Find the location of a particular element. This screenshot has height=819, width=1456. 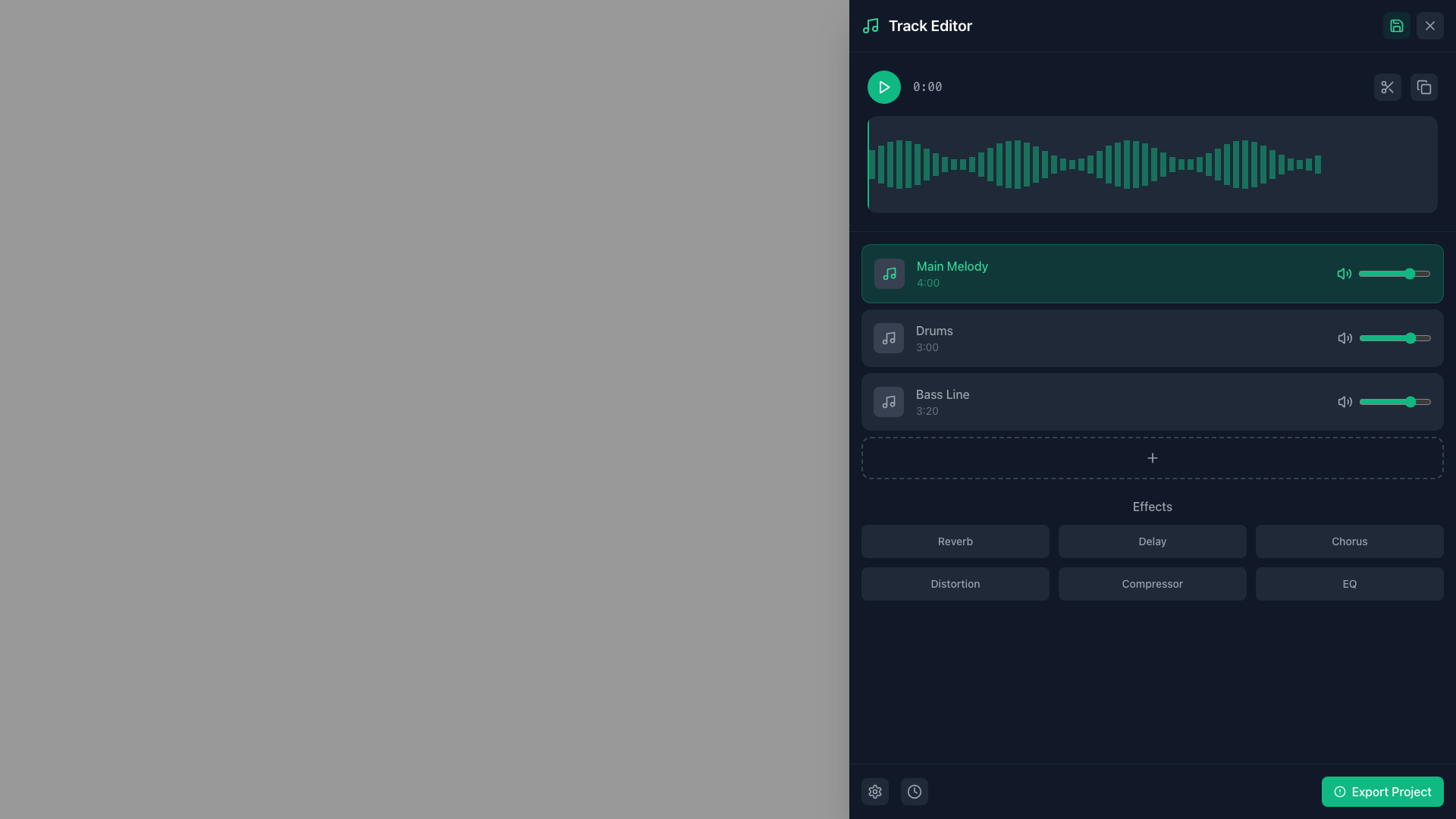

the small rectangular button with rounded corners and a copy icon in its center, positioned is located at coordinates (1423, 87).